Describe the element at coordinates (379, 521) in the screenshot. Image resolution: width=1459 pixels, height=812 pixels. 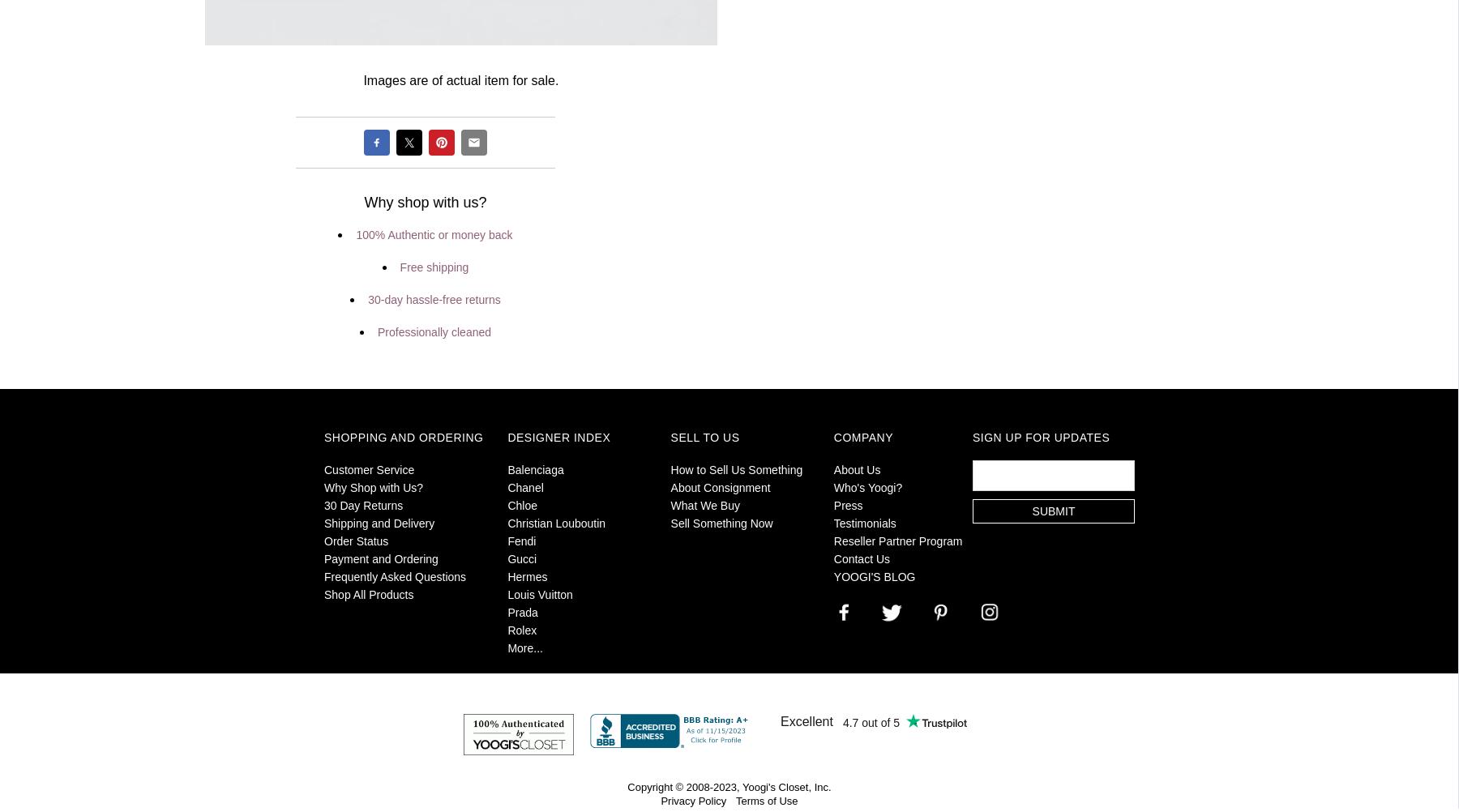
I see `'Shipping and Delivery'` at that location.